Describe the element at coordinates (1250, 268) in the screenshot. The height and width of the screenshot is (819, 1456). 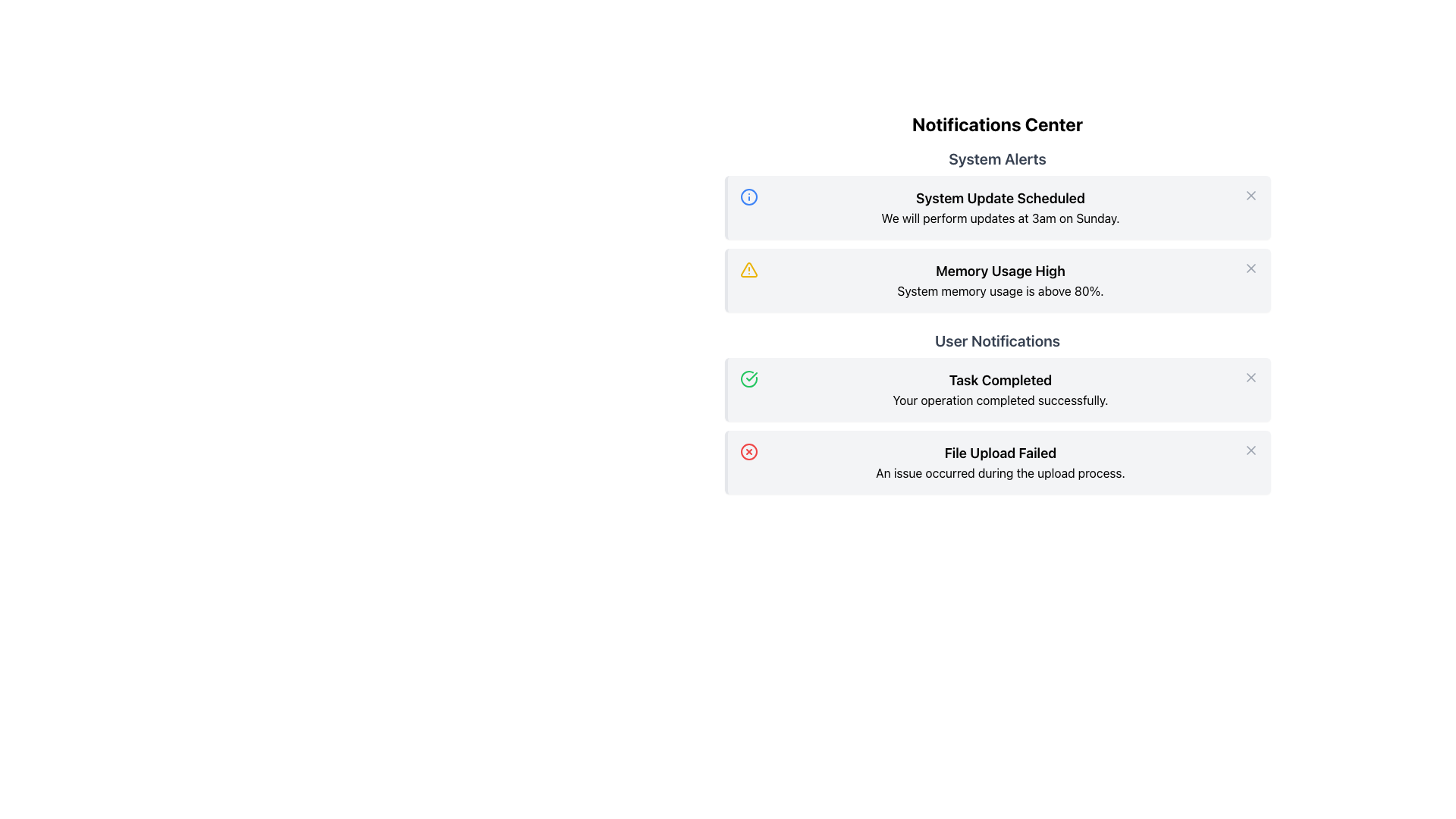
I see `the cross icon representing the dismiss action for the 'Memory Usage High' notification card located in the middle-right of the notification under 'System Alerts'` at that location.